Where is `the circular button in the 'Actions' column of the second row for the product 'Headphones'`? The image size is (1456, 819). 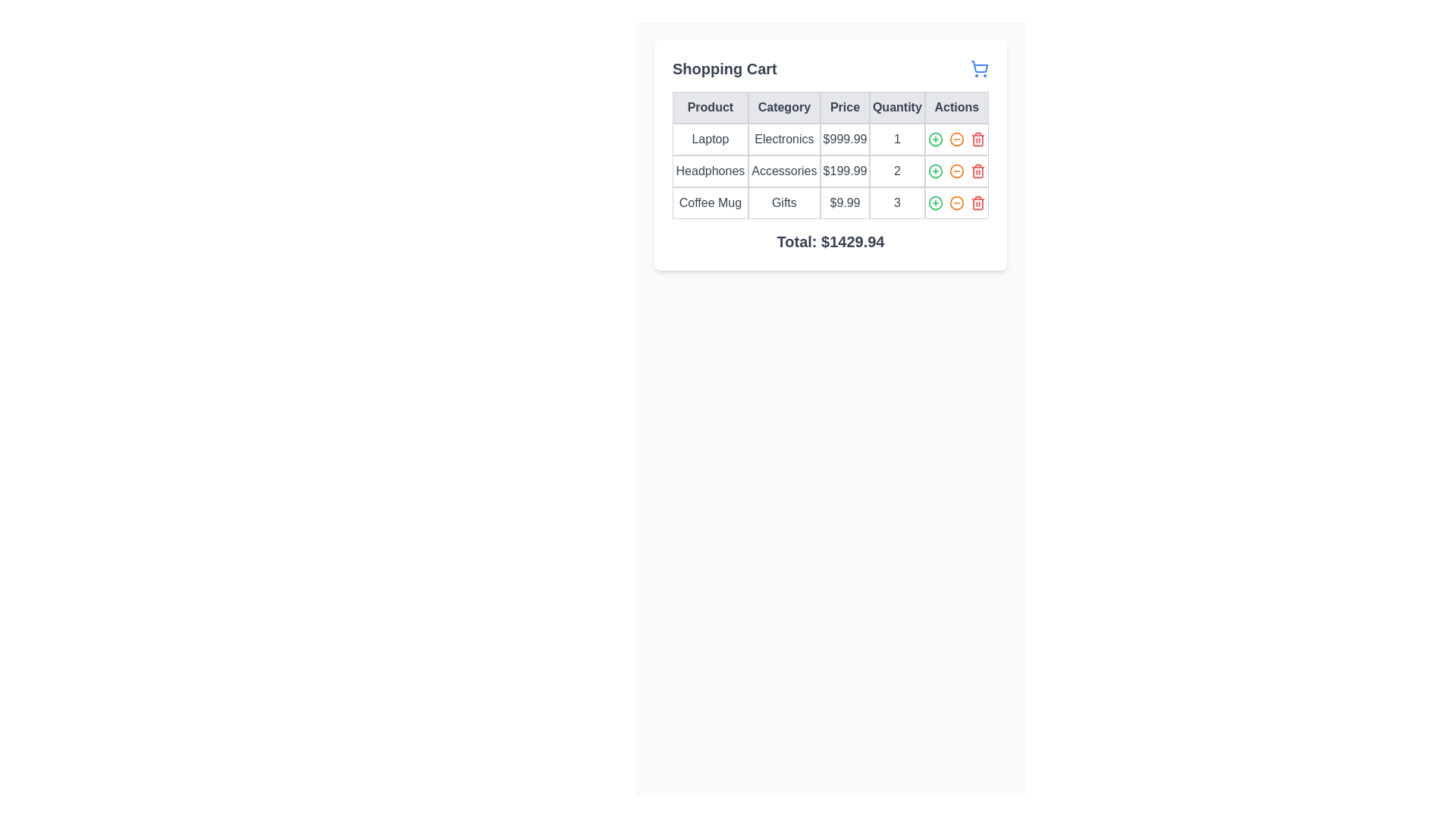 the circular button in the 'Actions' column of the second row for the product 'Headphones' is located at coordinates (955, 171).